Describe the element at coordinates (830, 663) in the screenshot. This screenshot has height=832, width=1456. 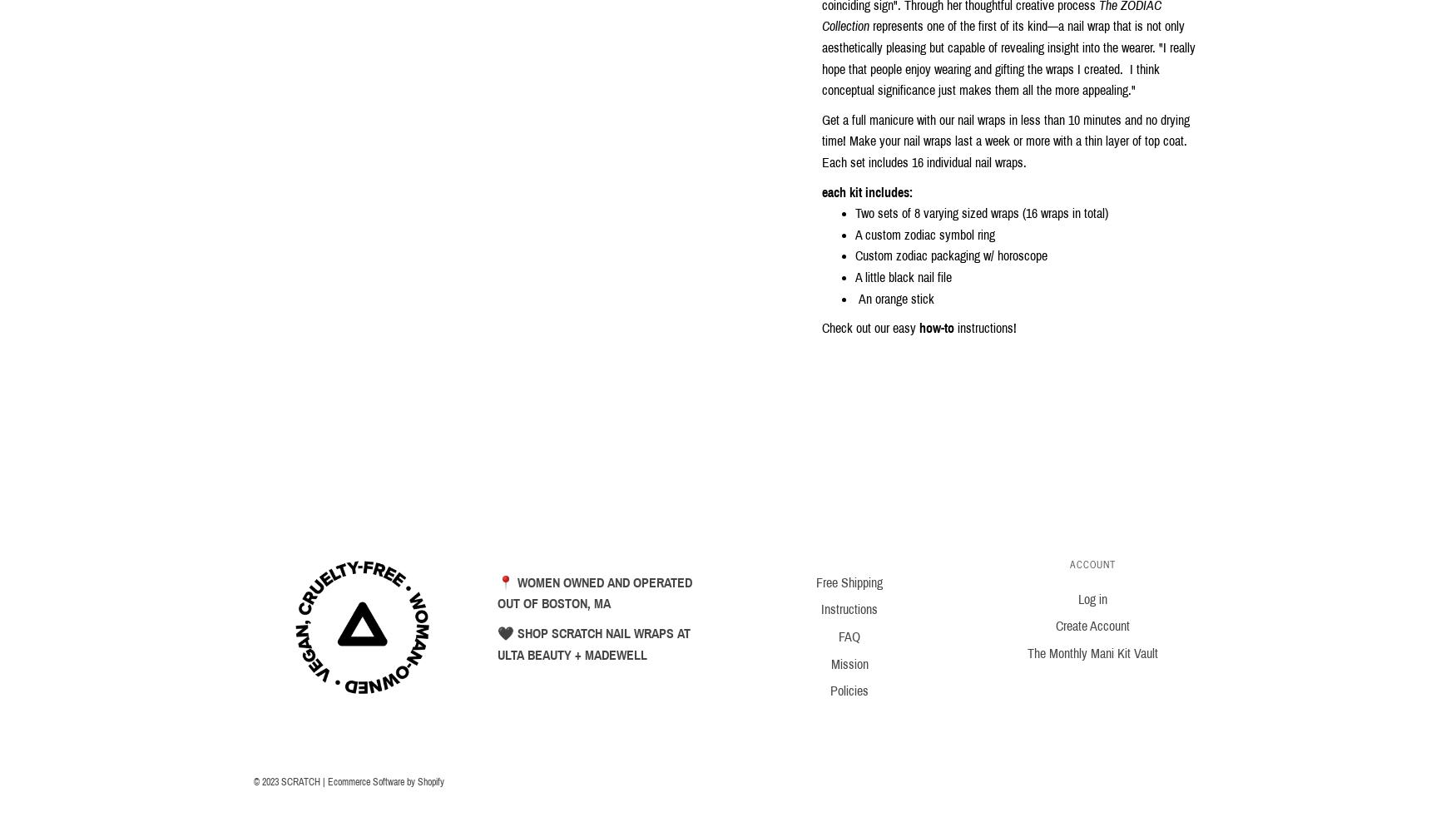
I see `'Mission'` at that location.